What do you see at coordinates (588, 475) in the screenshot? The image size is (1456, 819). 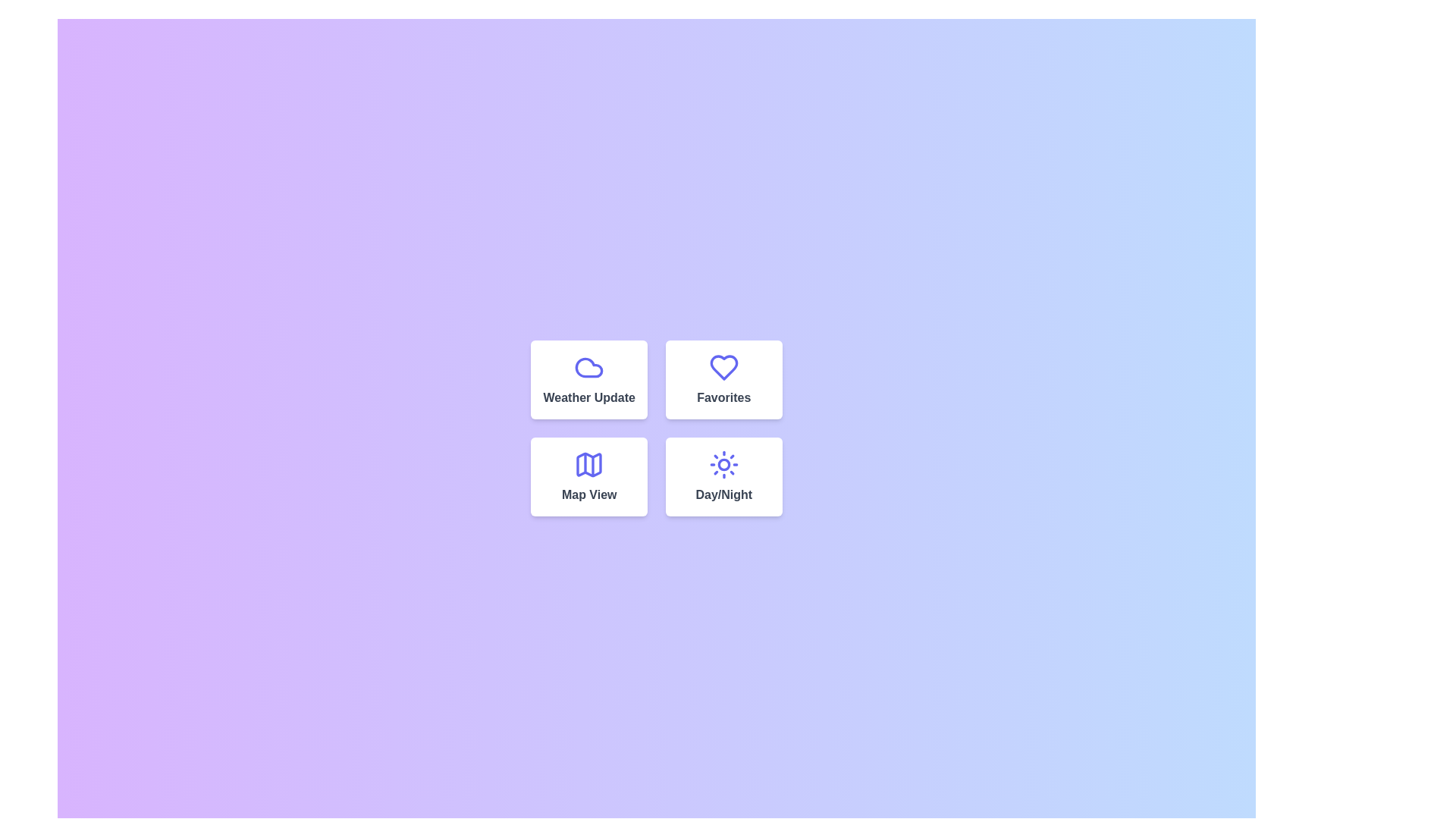 I see `the 'Map View' card, which is a rectangular card with a blue map icon and text, located in the bottom-left corner of a grid of four cards` at bounding box center [588, 475].